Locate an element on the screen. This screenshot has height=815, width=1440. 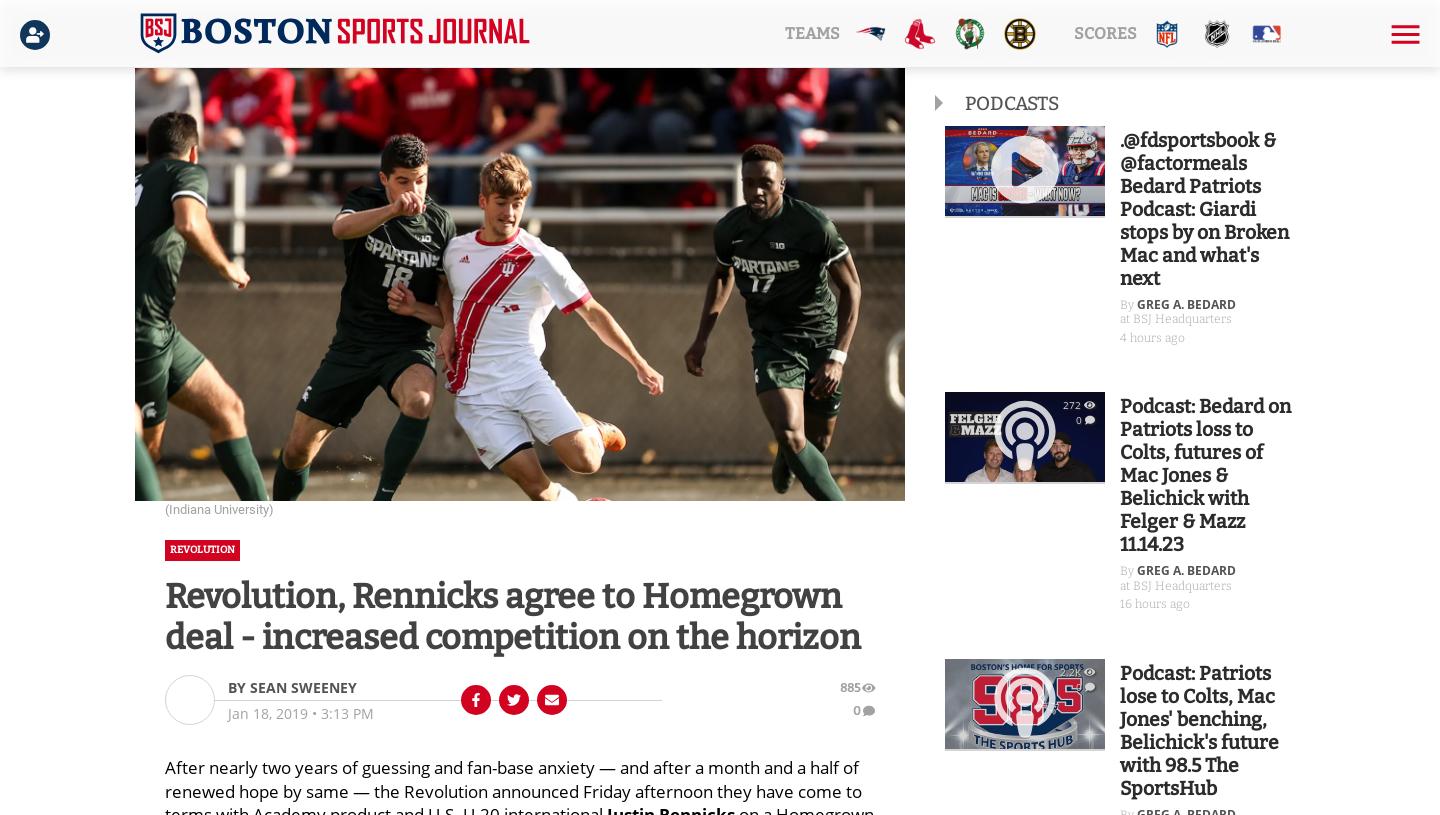
'Jan 18, 2019 • 3:13 PM' is located at coordinates (299, 712).